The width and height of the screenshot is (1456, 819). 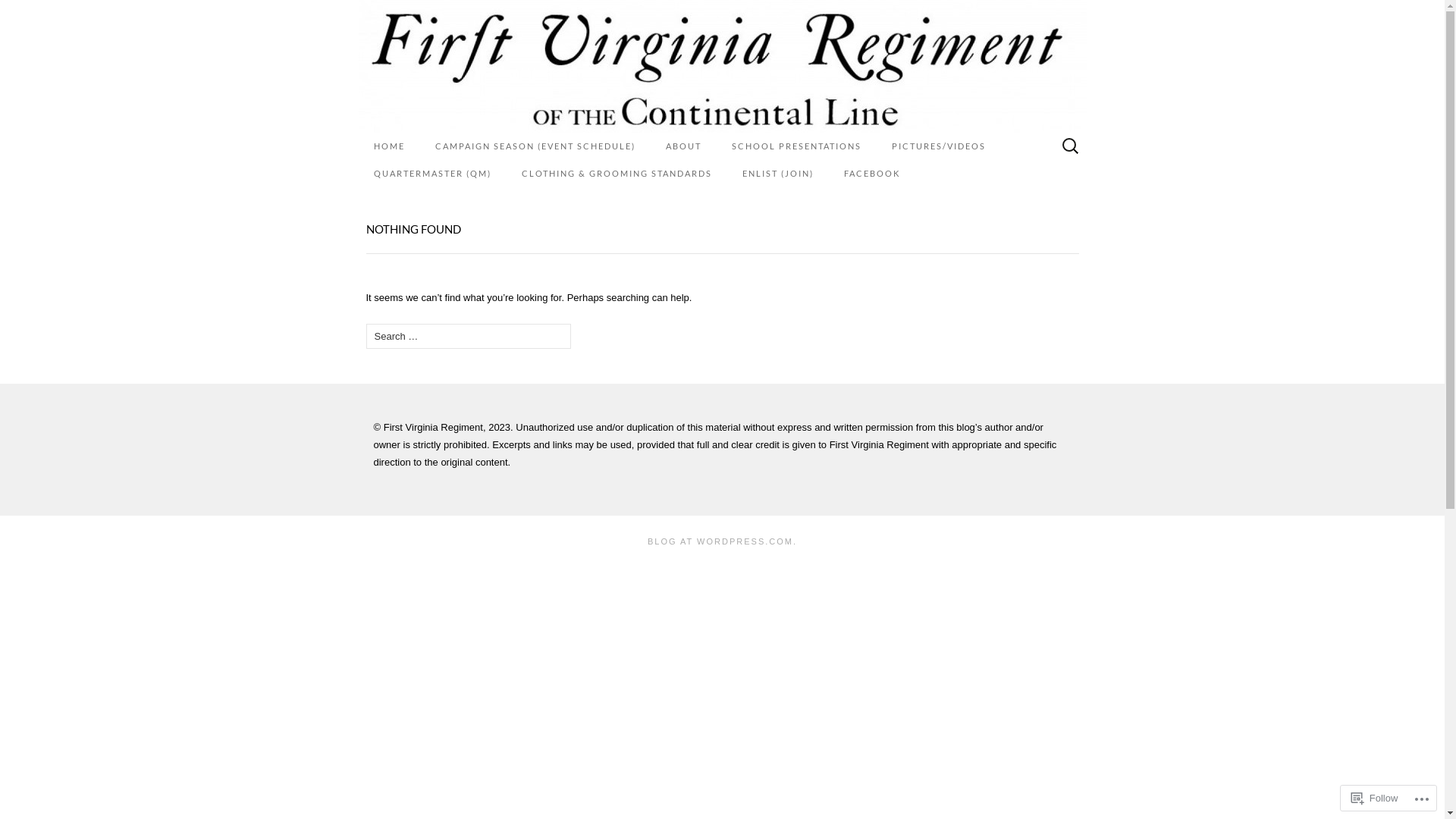 I want to click on 'FACEBOOK', so click(x=871, y=172).